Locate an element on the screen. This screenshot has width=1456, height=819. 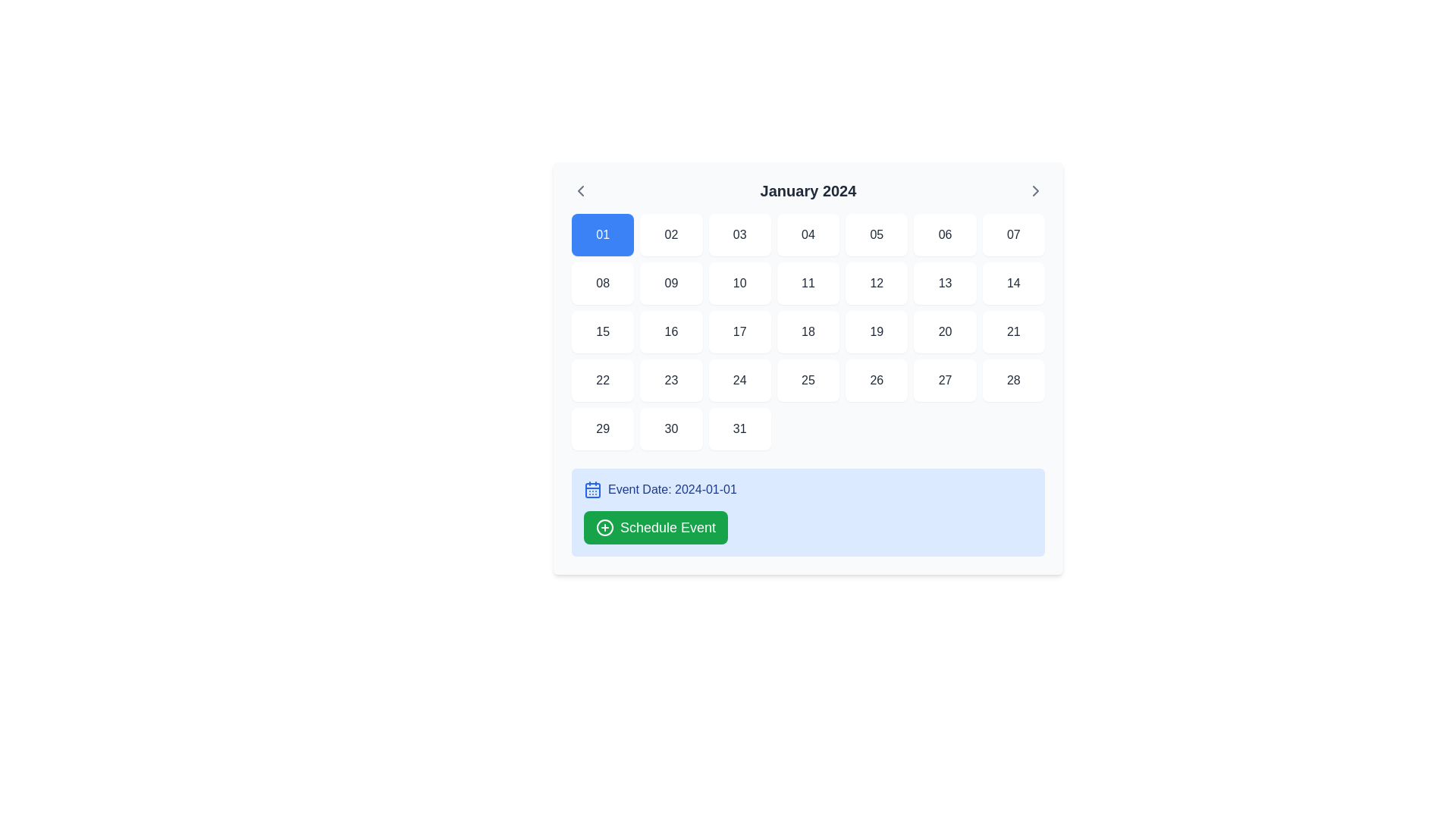
the rectangular button with rounded corners that displays the number '28' in bold, dark text, located in the fourth row and seventh column of the calendar grid is located at coordinates (1013, 379).